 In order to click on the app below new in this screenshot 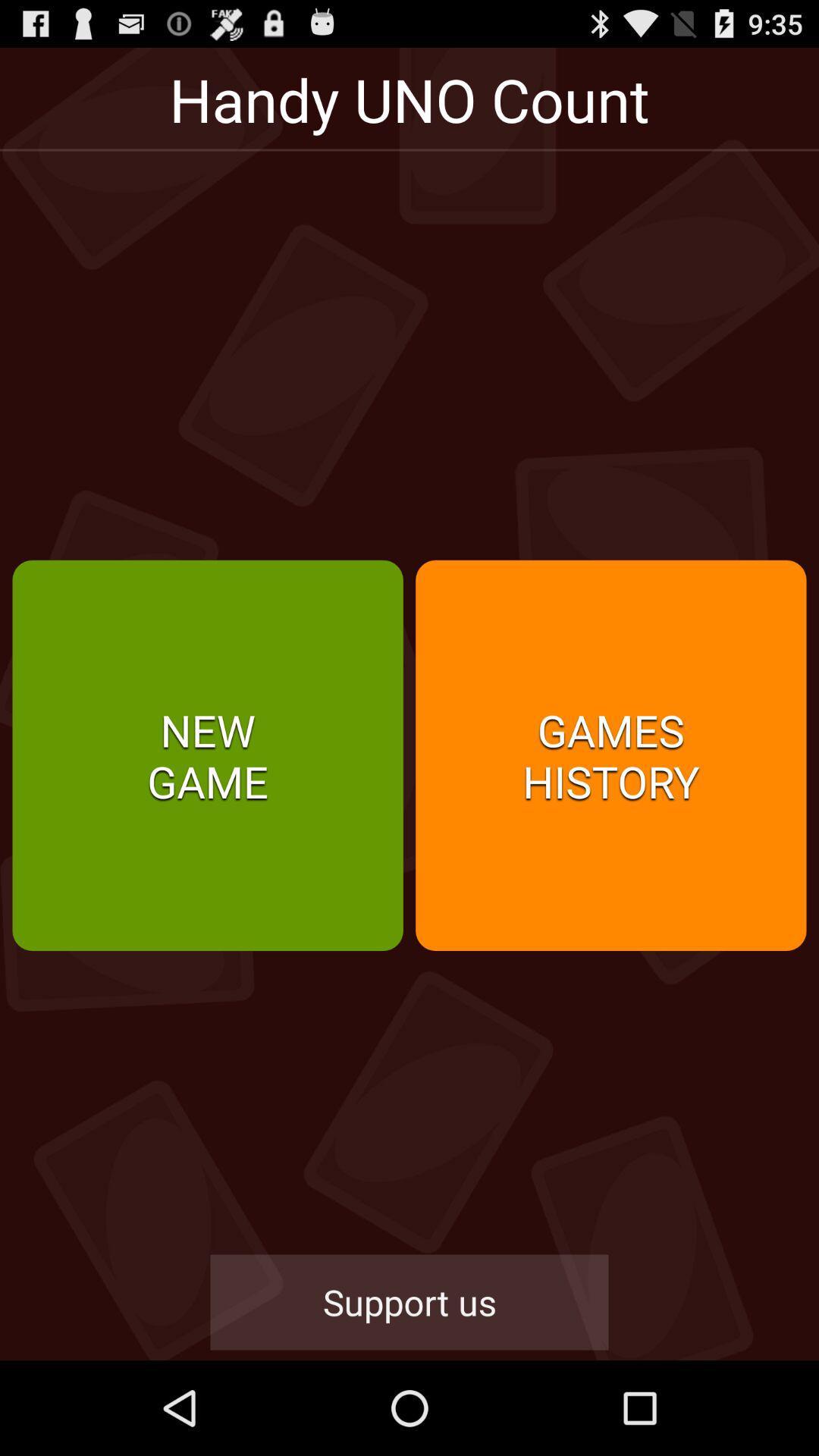, I will do `click(409, 1301)`.